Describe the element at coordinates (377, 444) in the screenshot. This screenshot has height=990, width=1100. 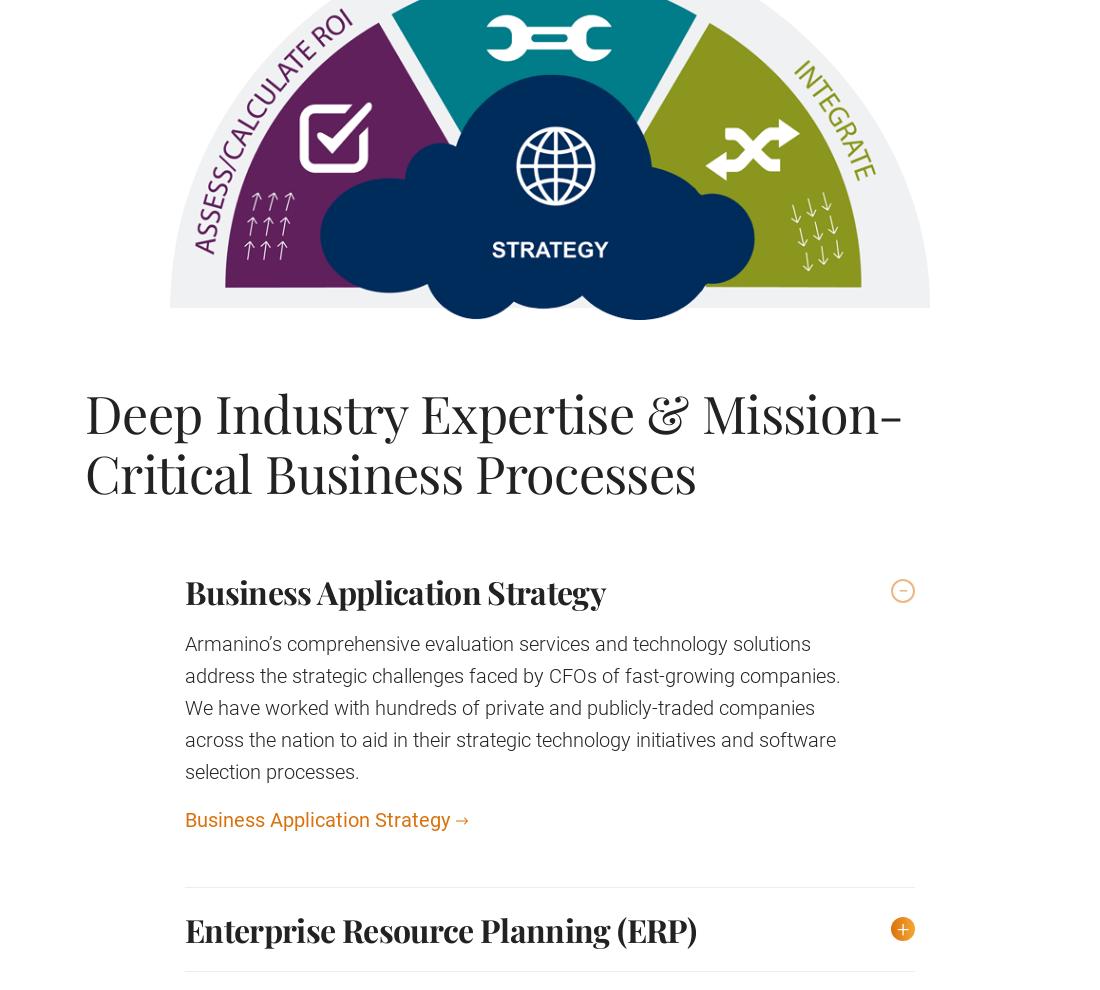
I see `'and become a part of our unique culture.'` at that location.